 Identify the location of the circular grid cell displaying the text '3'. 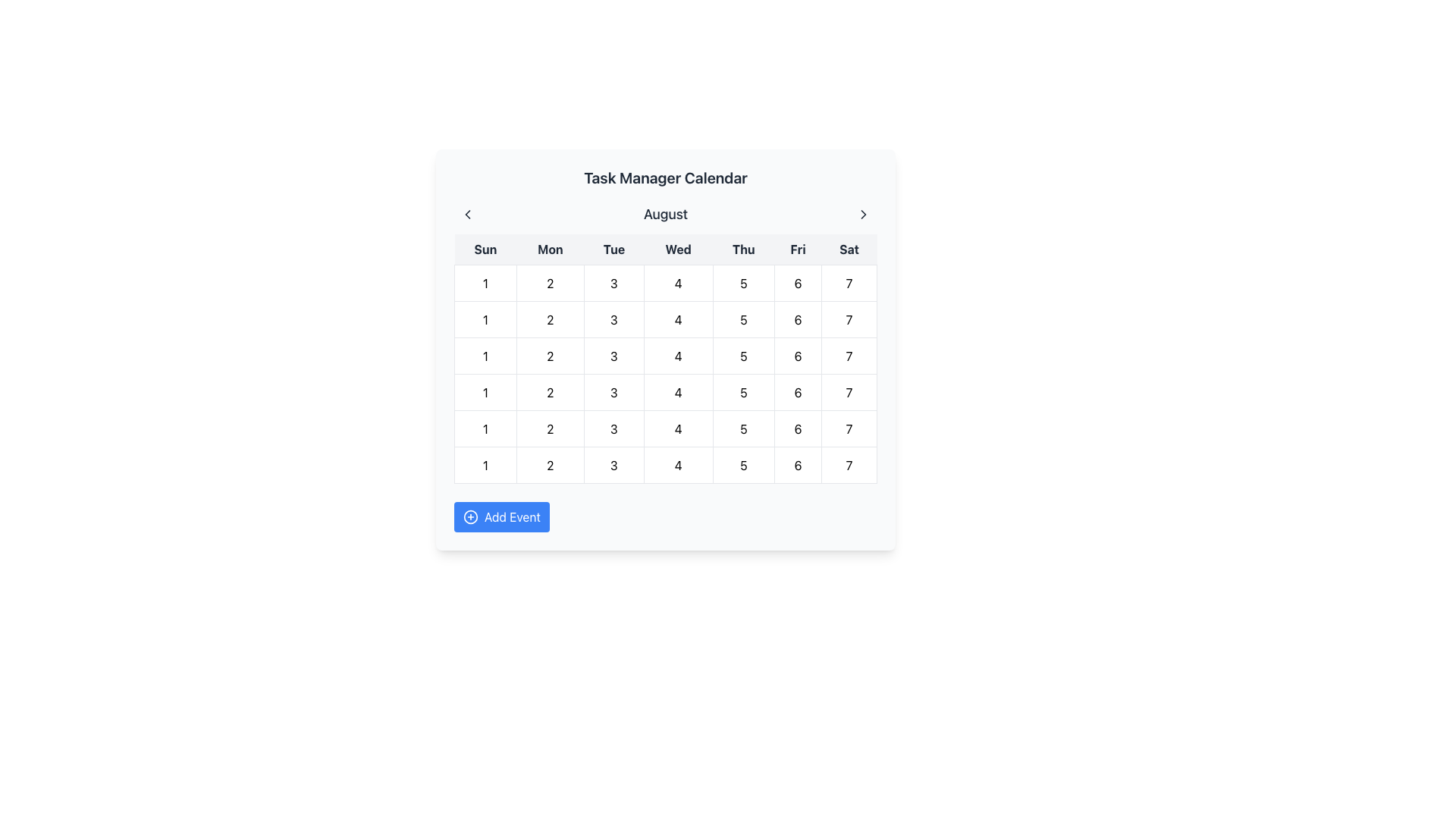
(613, 283).